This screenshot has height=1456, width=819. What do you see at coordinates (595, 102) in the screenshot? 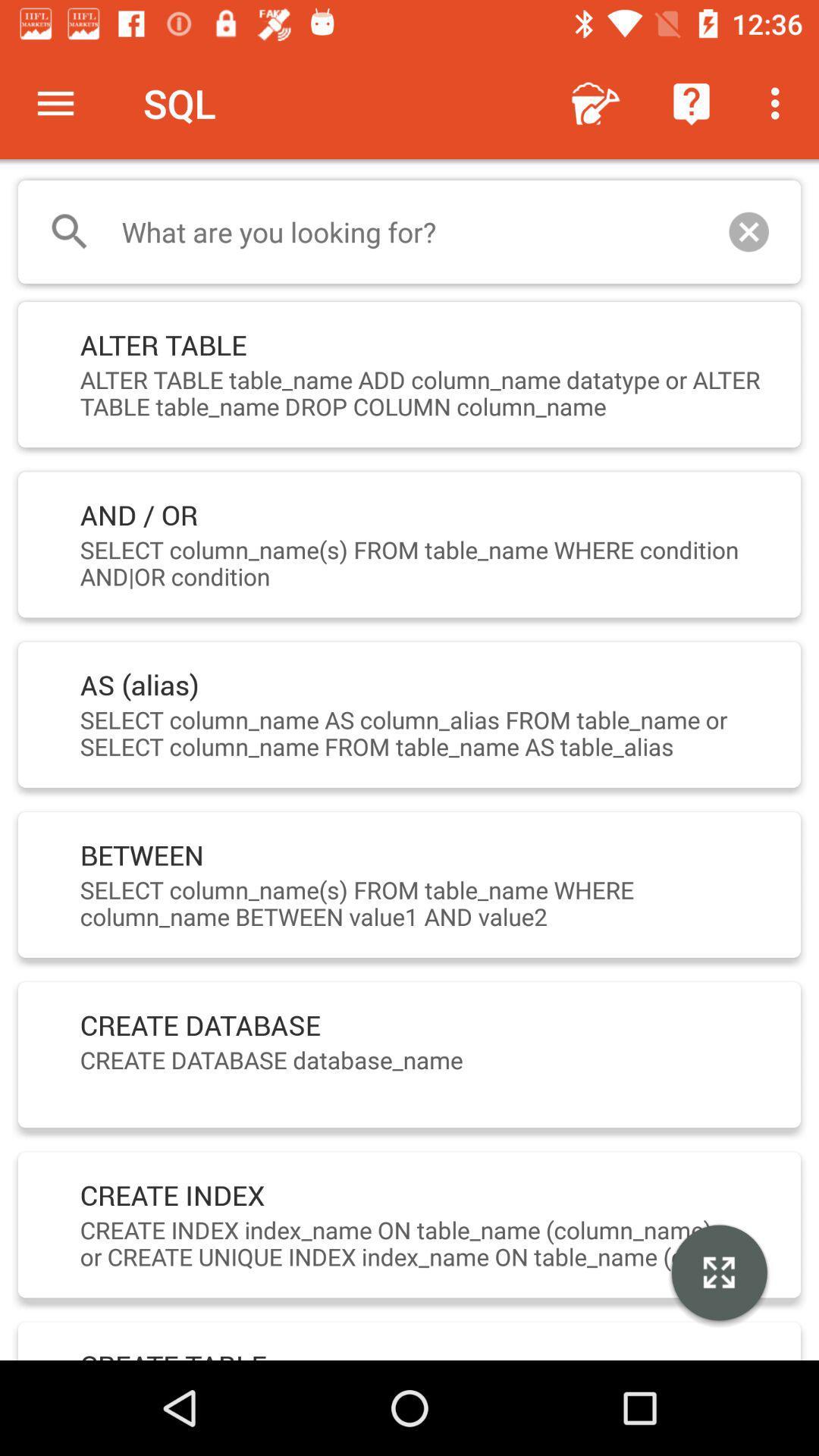
I see `the app next to sql` at bounding box center [595, 102].